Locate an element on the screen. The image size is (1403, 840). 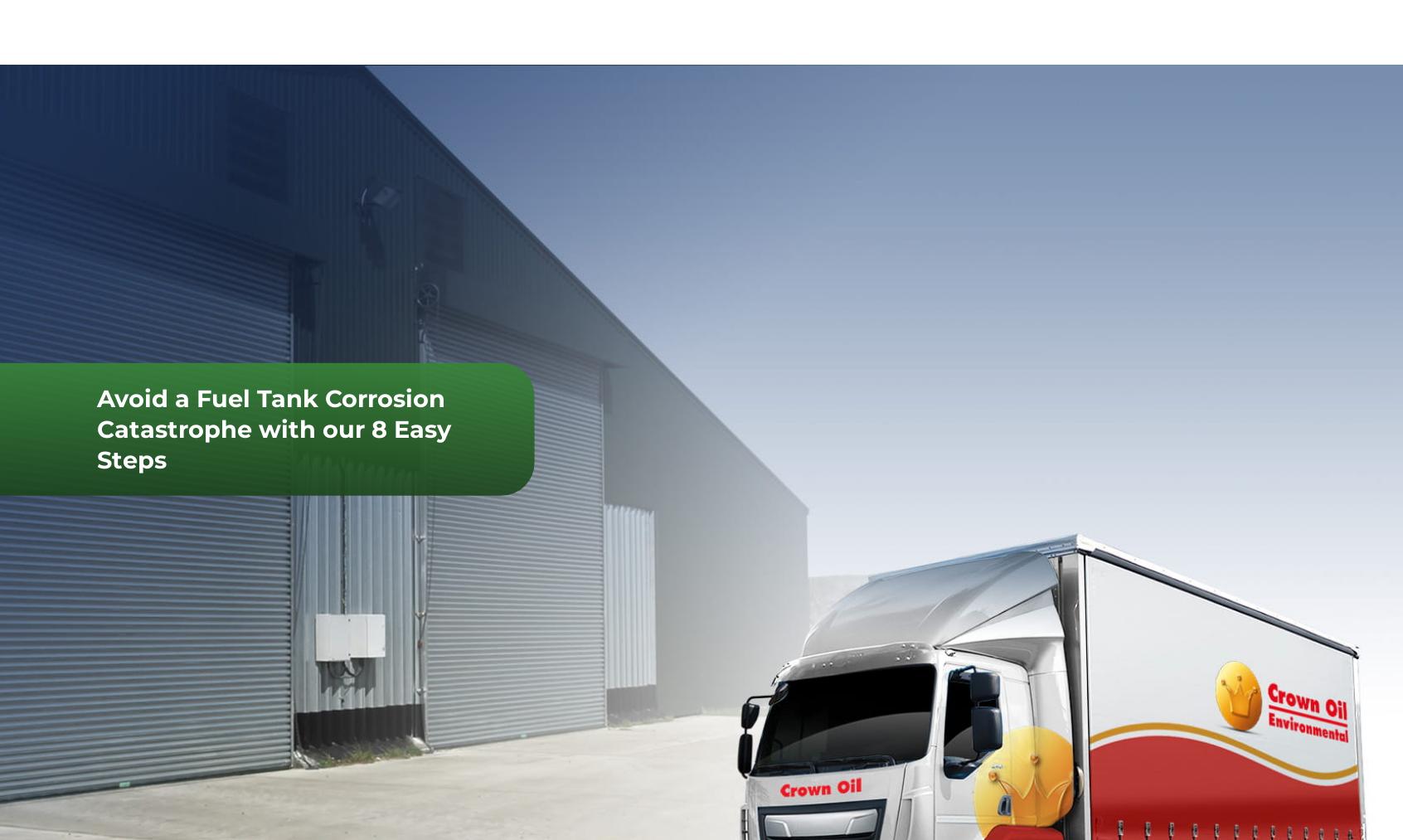
'Keep fuel tanks topped up' is located at coordinates (236, 500).